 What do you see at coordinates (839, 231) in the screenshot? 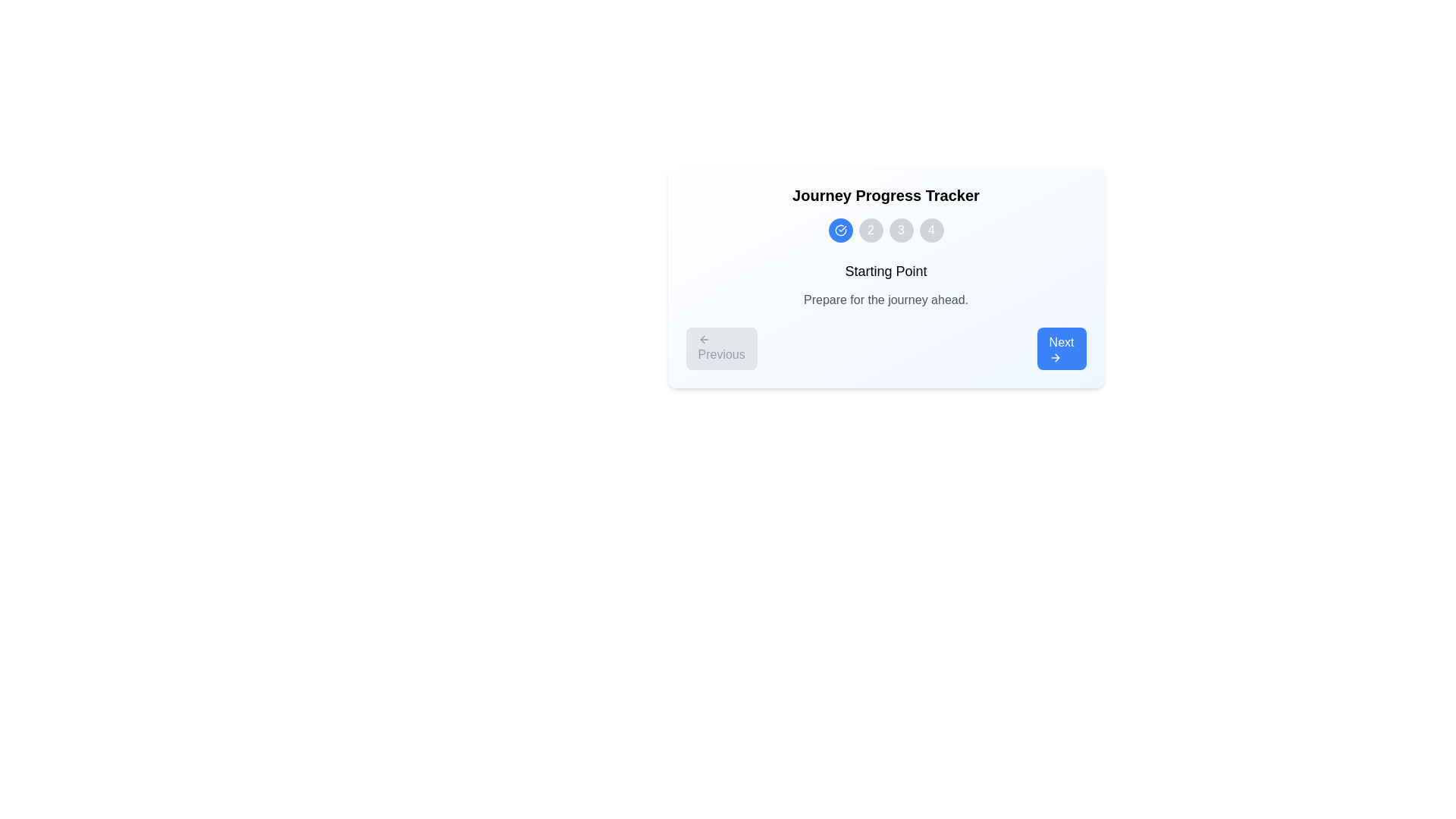
I see `the completed progress tracker icon located in the first circular button at the top center of the interface` at bounding box center [839, 231].